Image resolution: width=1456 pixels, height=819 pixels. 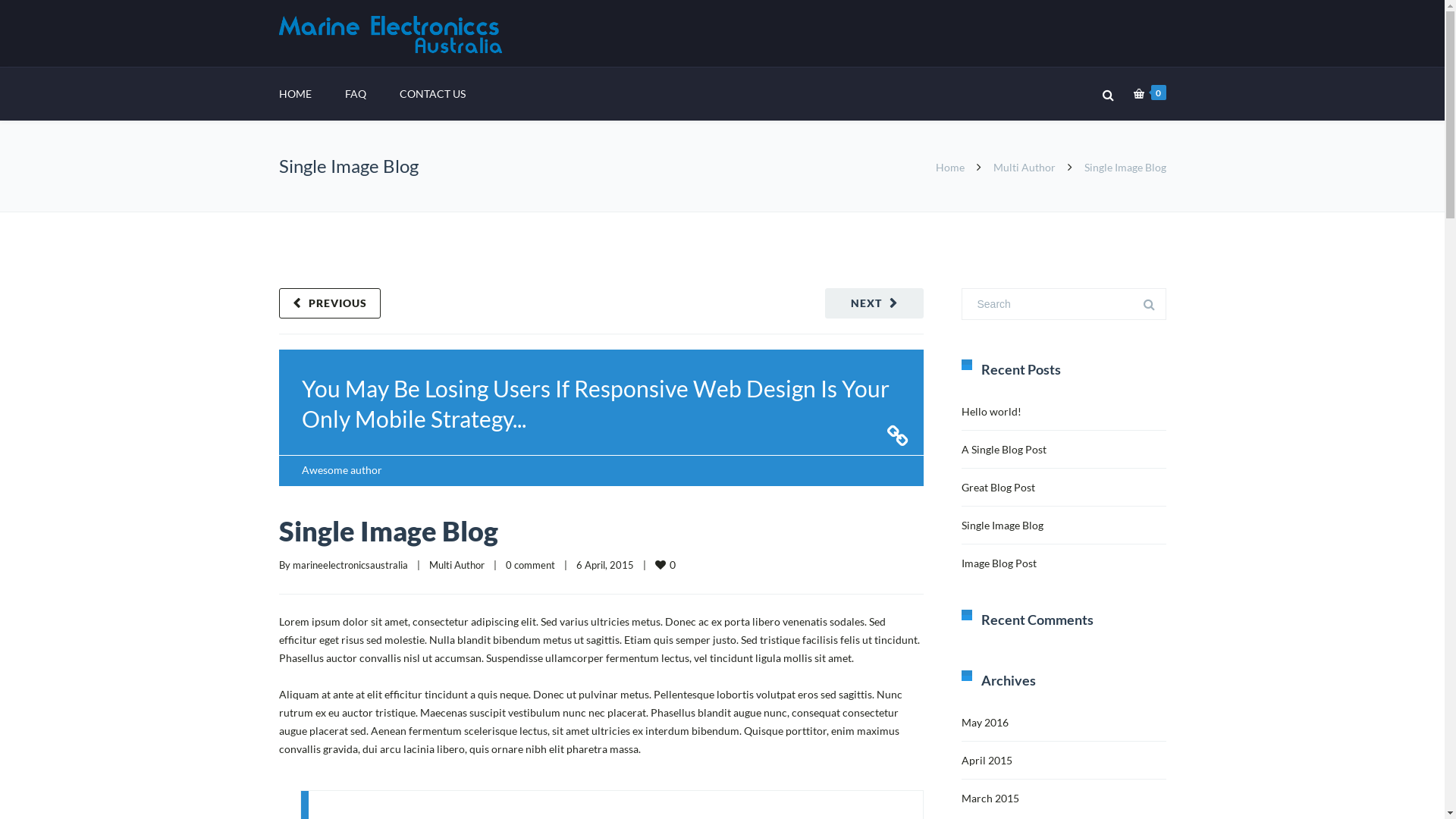 What do you see at coordinates (987, 760) in the screenshot?
I see `'April 2015'` at bounding box center [987, 760].